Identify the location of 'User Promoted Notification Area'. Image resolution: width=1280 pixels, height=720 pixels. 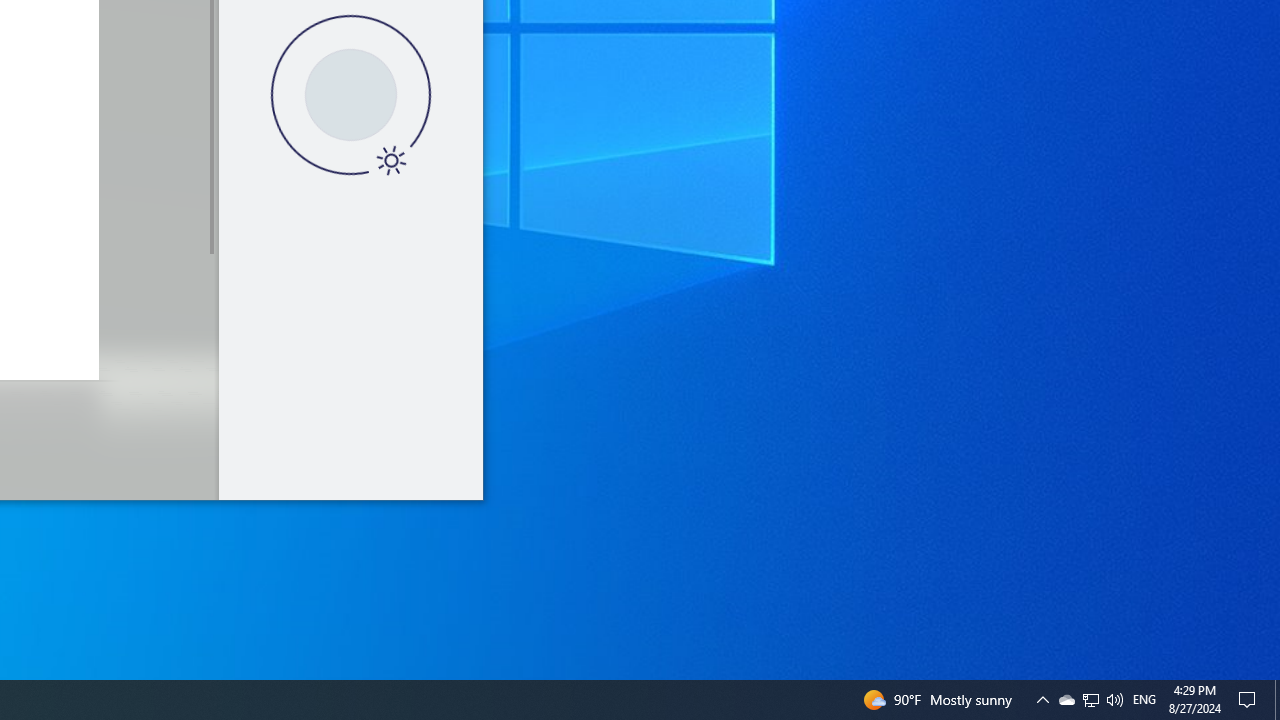
(1041, 698).